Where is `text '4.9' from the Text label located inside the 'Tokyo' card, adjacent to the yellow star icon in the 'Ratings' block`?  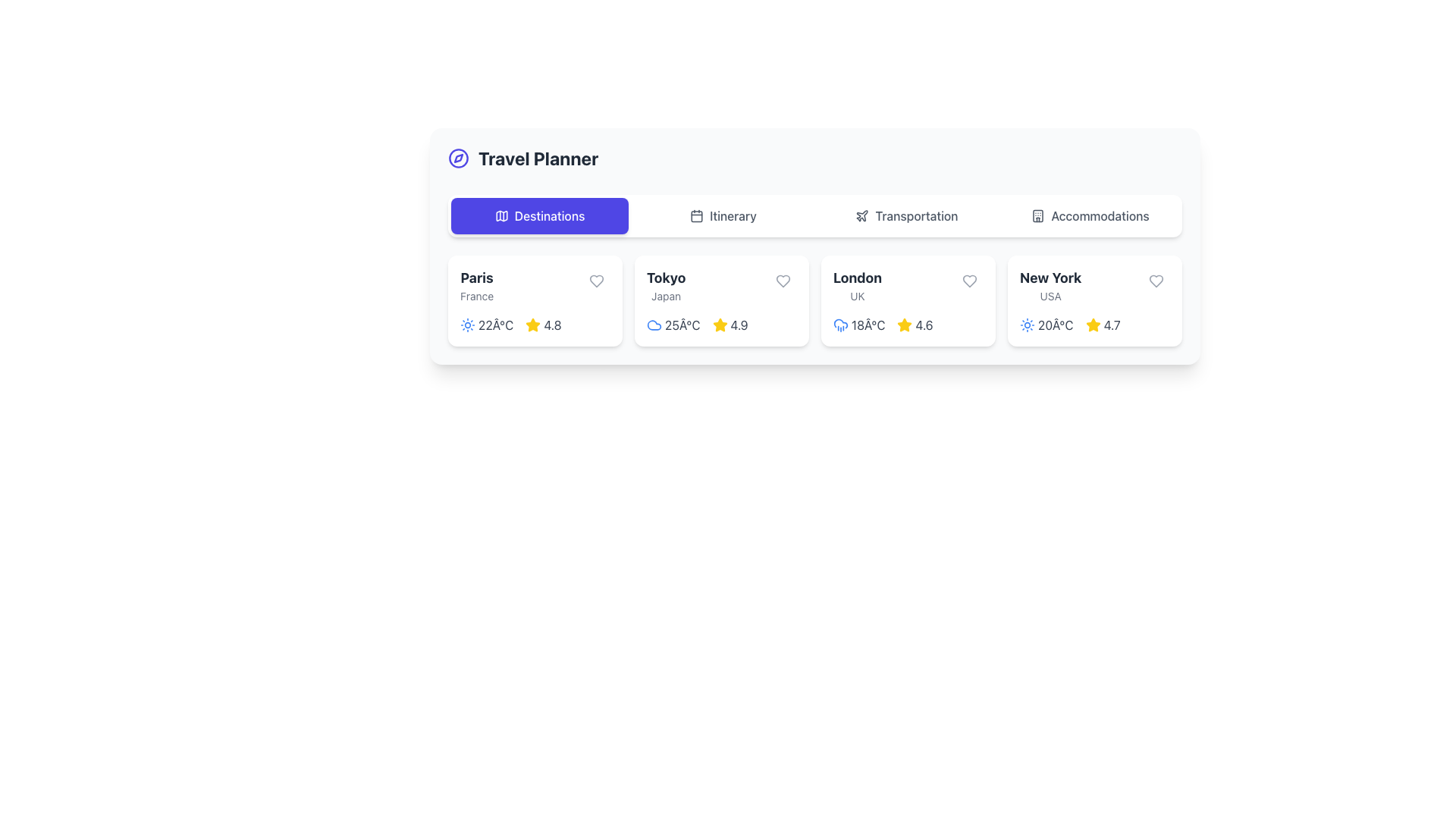
text '4.9' from the Text label located inside the 'Tokyo' card, adjacent to the yellow star icon in the 'Ratings' block is located at coordinates (739, 324).